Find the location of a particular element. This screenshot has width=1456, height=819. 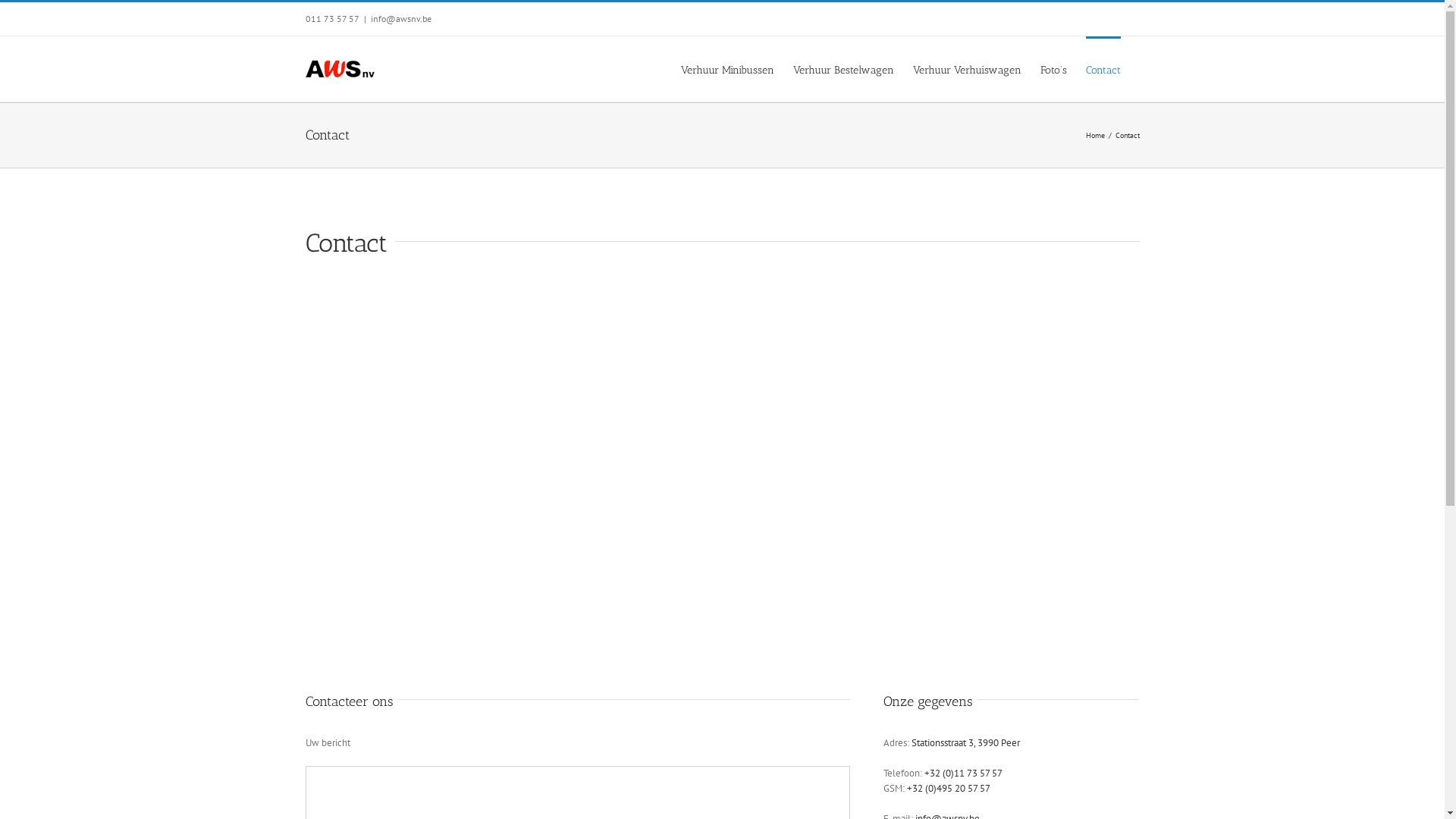

'Contact' is located at coordinates (1103, 69).